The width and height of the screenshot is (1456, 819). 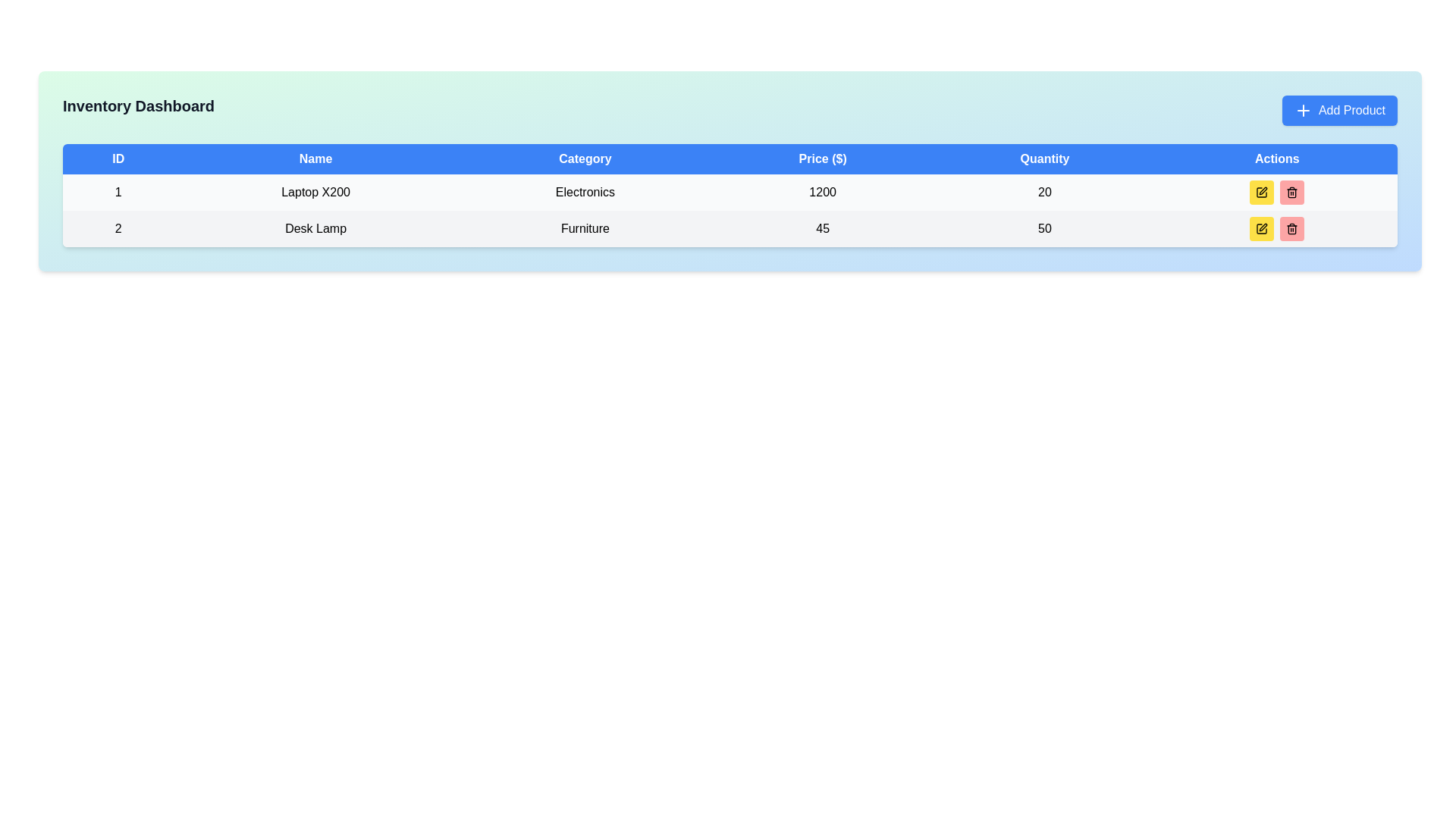 What do you see at coordinates (315, 192) in the screenshot?
I see `the text label displaying 'Laptop X200' in the inventory list, located in the first row under the 'Name' column` at bounding box center [315, 192].